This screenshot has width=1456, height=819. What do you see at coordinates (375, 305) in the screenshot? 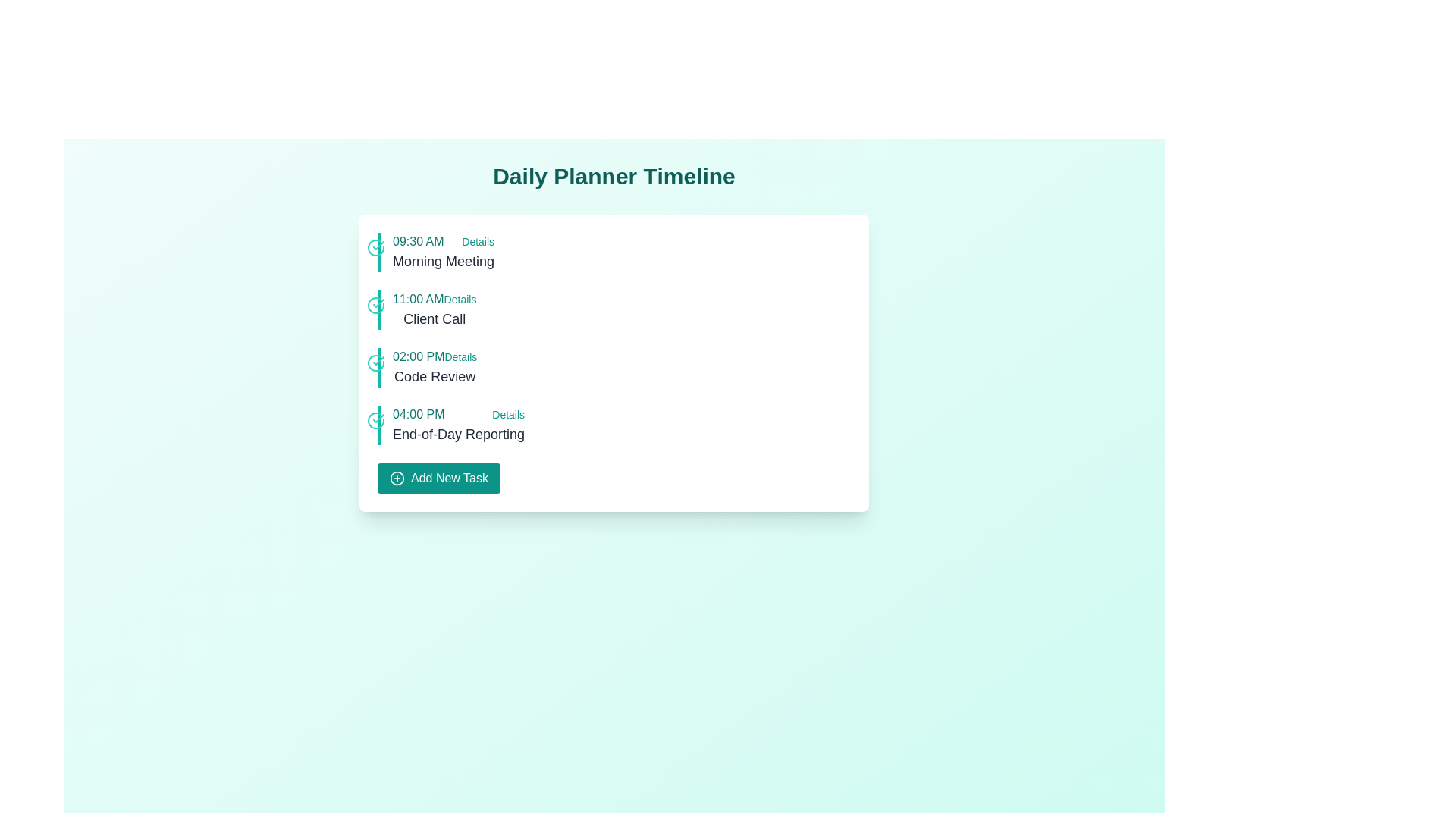
I see `the decorative icon indicating the '11:00 AM Client Call' event in the timeline interface, located immediately to the left of the corresponding text` at bounding box center [375, 305].